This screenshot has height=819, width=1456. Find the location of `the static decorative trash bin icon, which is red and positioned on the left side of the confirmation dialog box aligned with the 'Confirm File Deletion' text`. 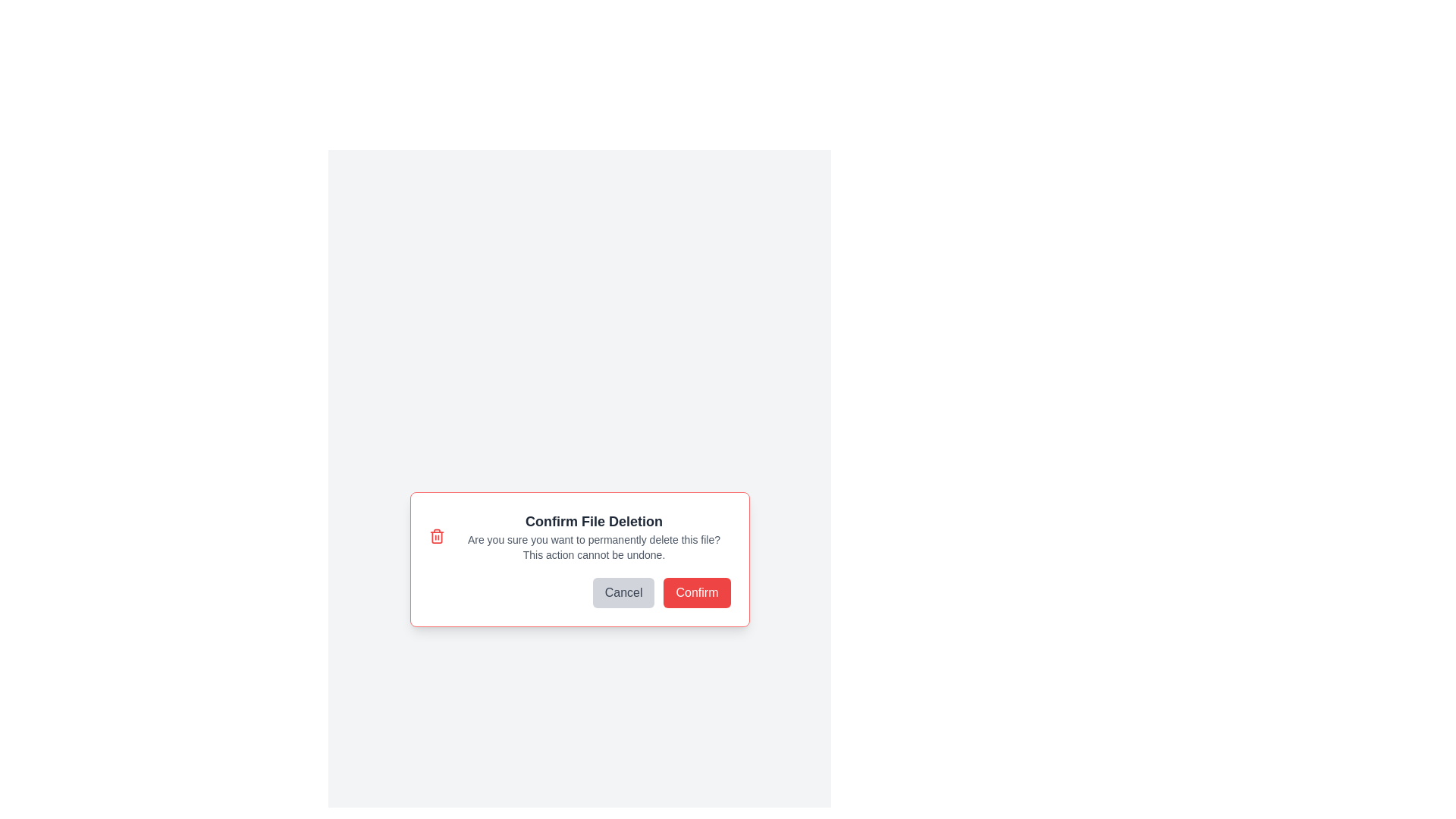

the static decorative trash bin icon, which is red and positioned on the left side of the confirmation dialog box aligned with the 'Confirm File Deletion' text is located at coordinates (436, 536).